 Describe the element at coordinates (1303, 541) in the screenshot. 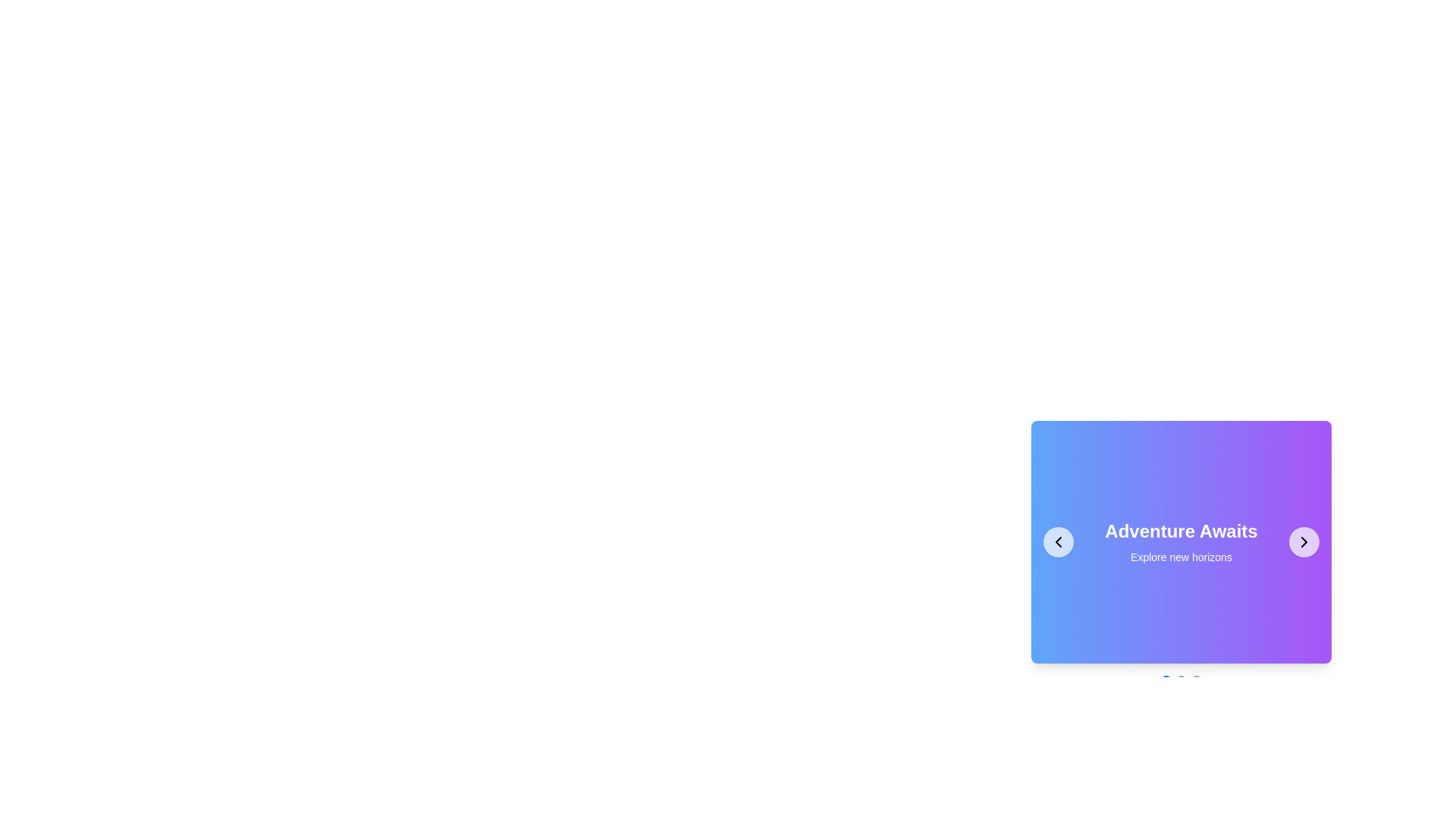

I see `the right chevron SVG graphic located within the circular button on the right side of the card interface featuring the text 'Adventure Awaits'` at that location.